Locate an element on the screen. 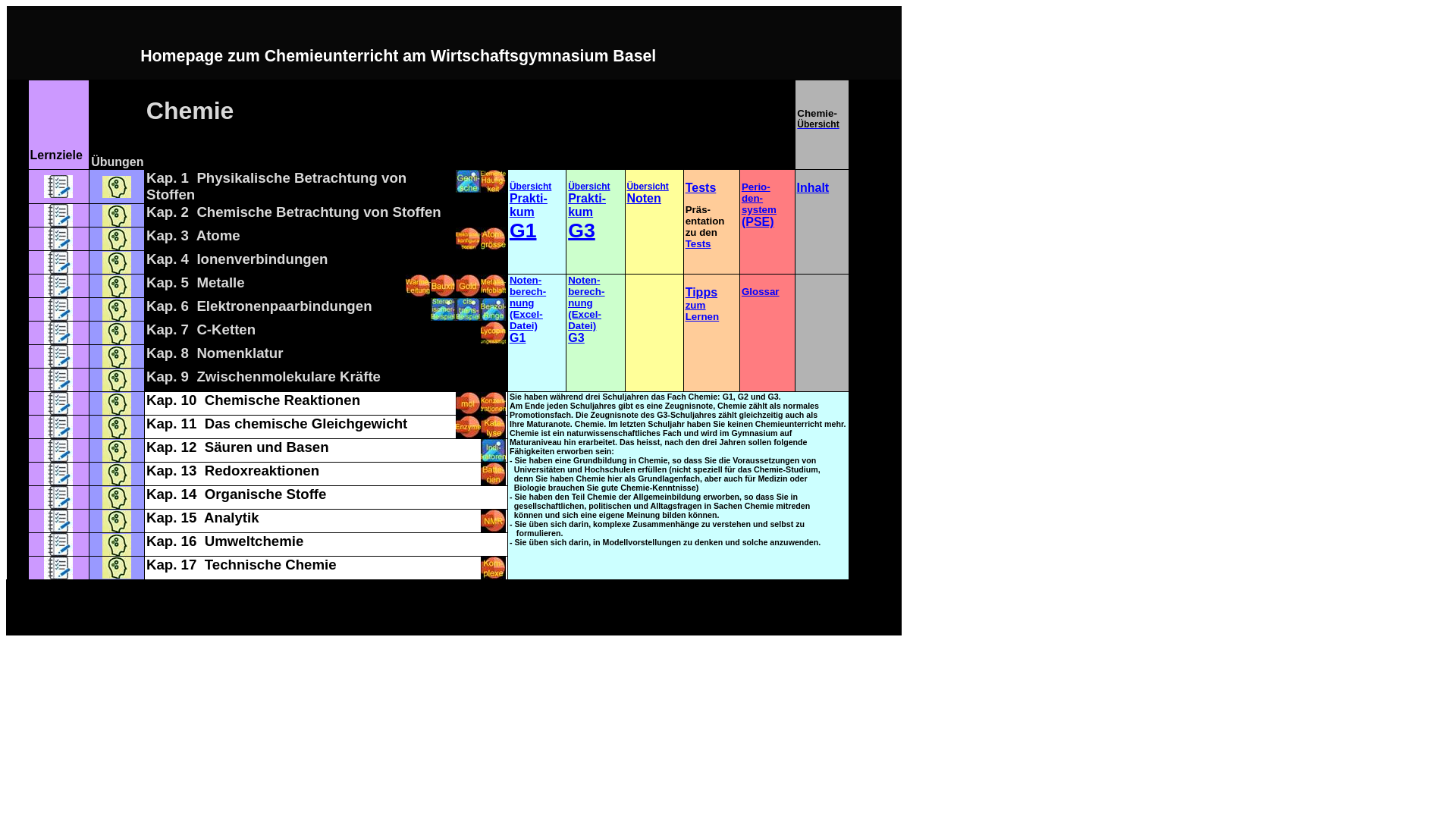 This screenshot has height=819, width=1456. 'berech-nung' is located at coordinates (585, 297).